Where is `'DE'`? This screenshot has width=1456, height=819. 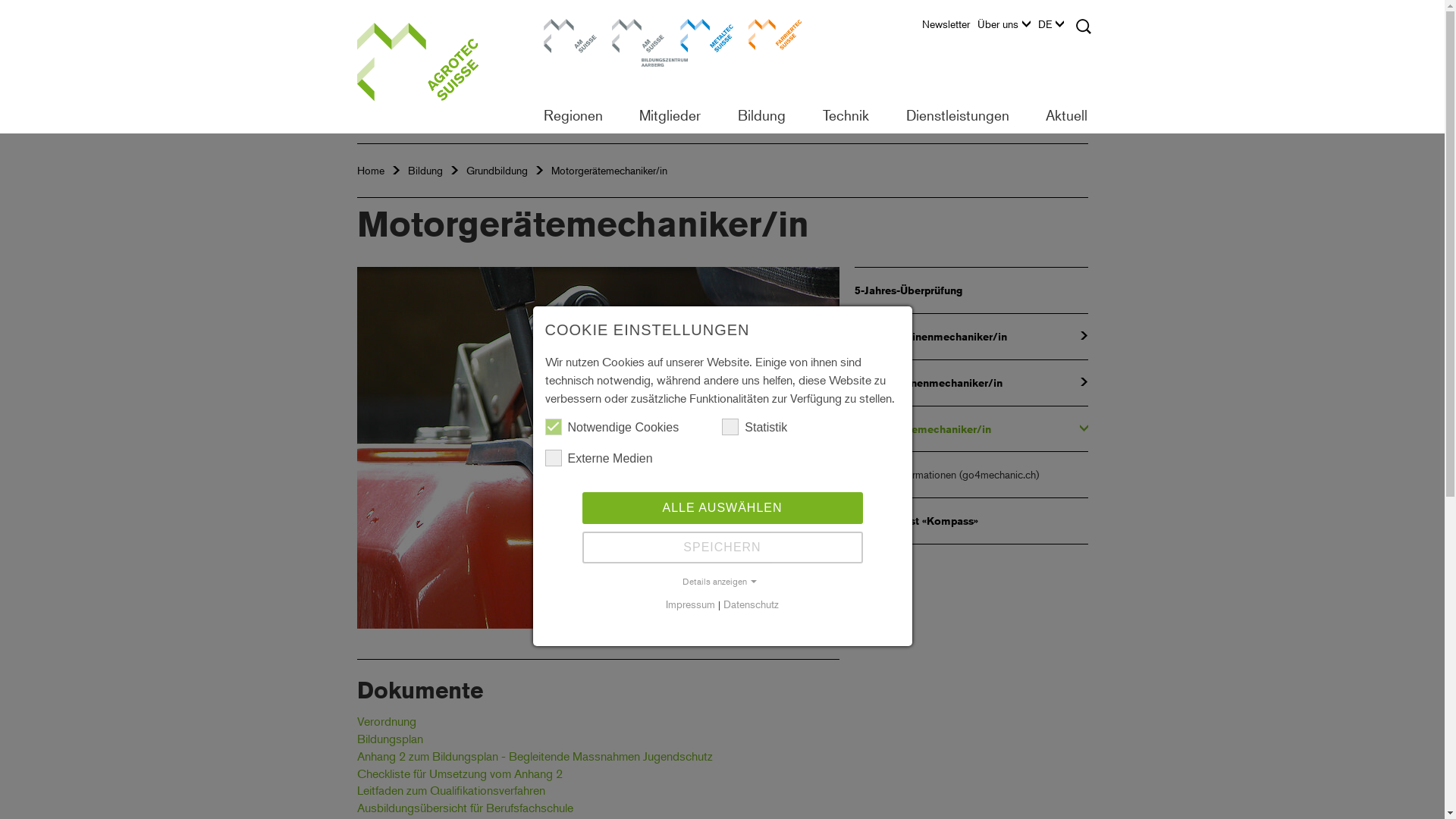 'DE' is located at coordinates (1053, 28).